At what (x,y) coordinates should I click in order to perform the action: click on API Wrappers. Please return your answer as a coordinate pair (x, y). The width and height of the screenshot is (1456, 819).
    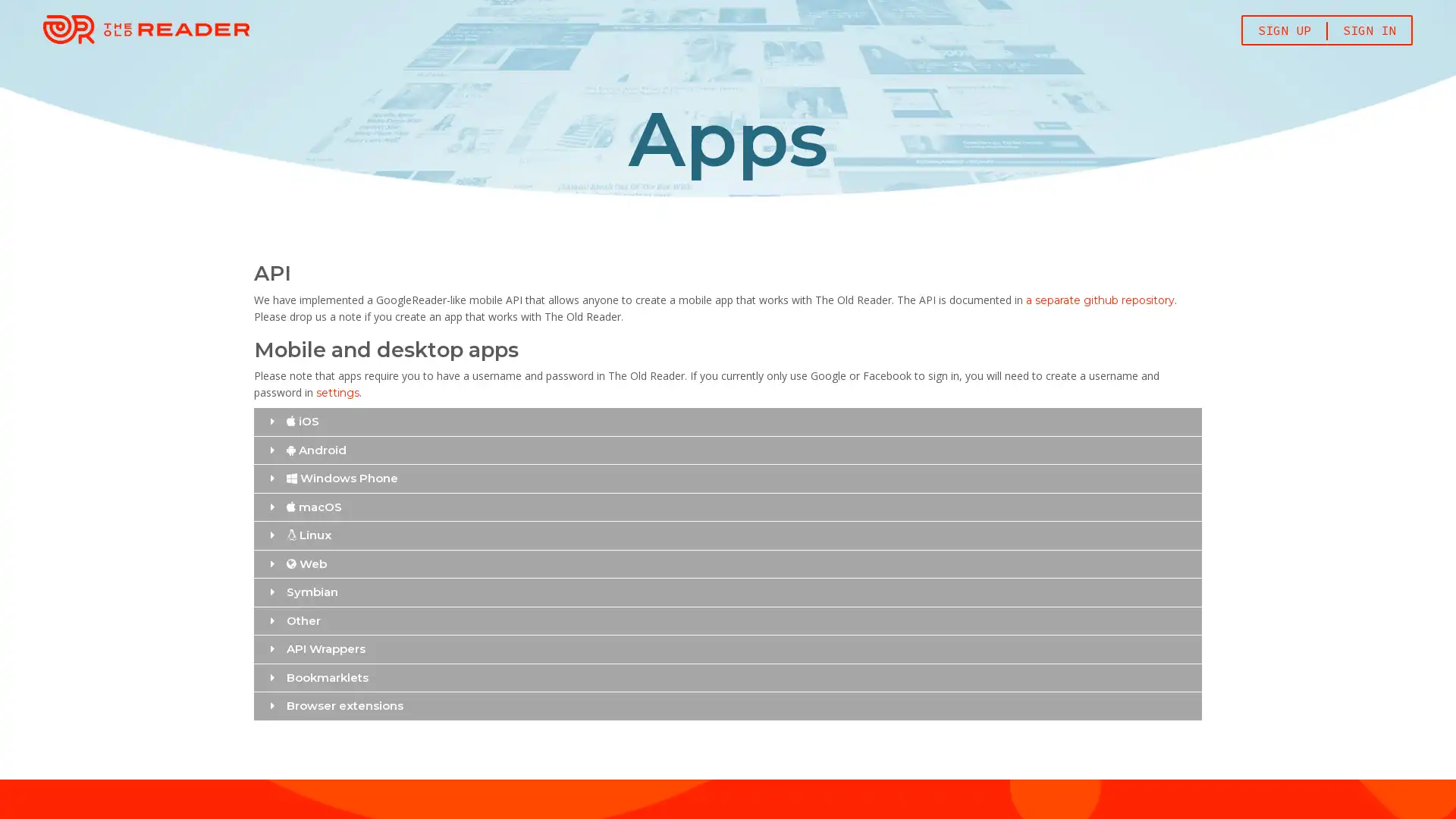
    Looking at the image, I should click on (726, 648).